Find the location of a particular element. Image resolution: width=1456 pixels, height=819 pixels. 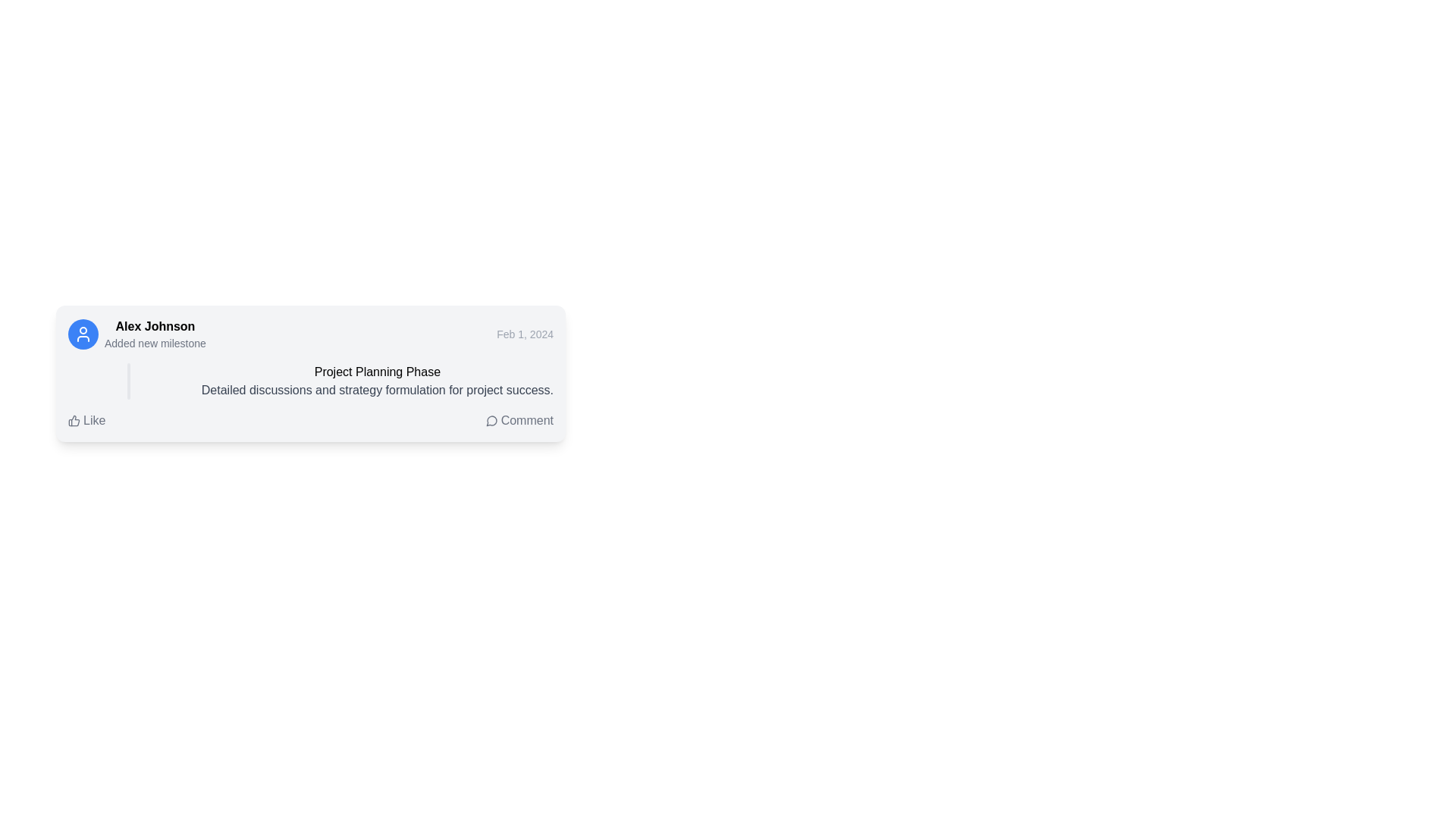

the circular user icon with a blue background located to the left of the text 'Alex Johnson Added new milestone' in the card's header is located at coordinates (83, 333).